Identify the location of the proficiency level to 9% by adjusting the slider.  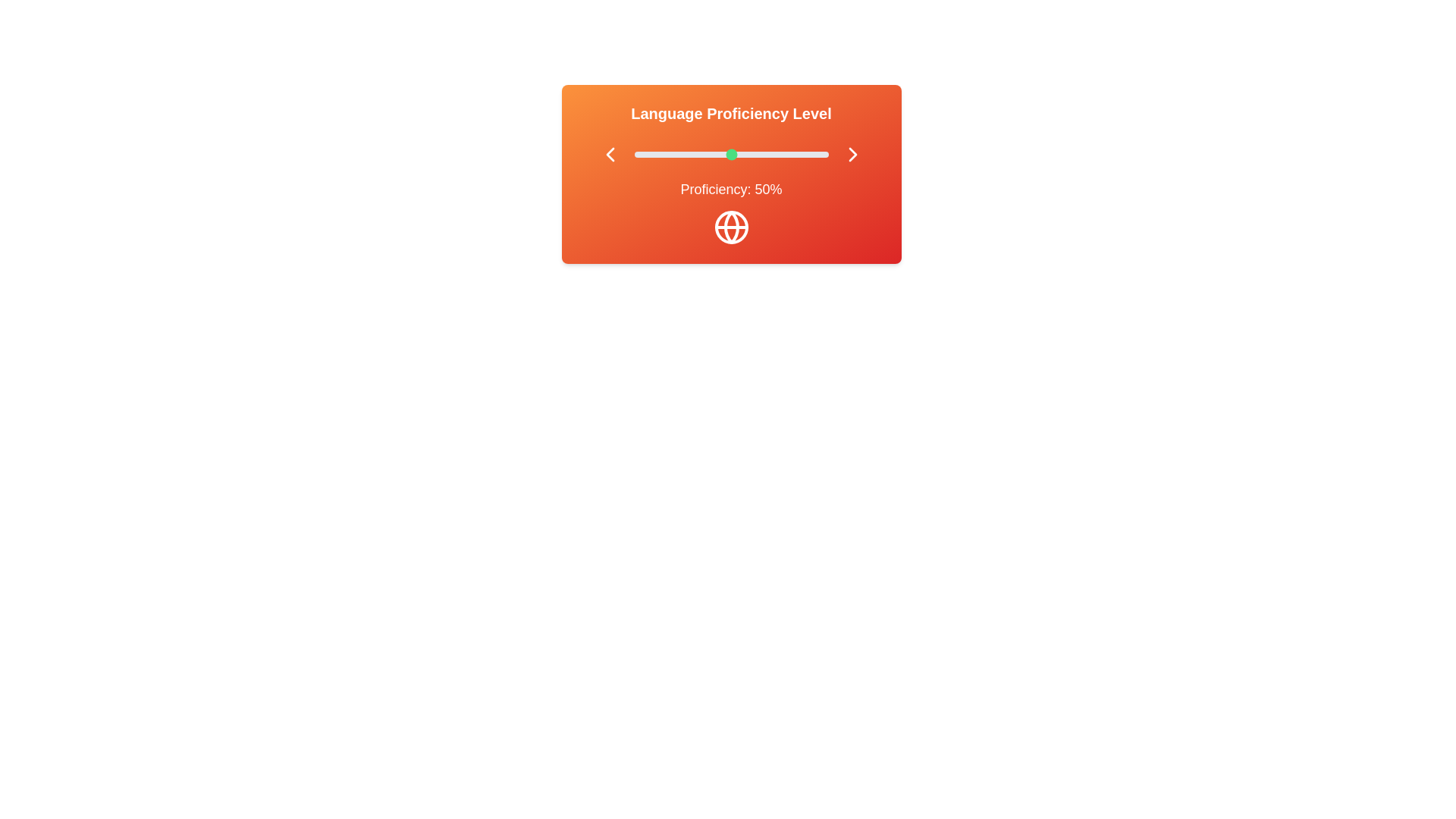
(651, 155).